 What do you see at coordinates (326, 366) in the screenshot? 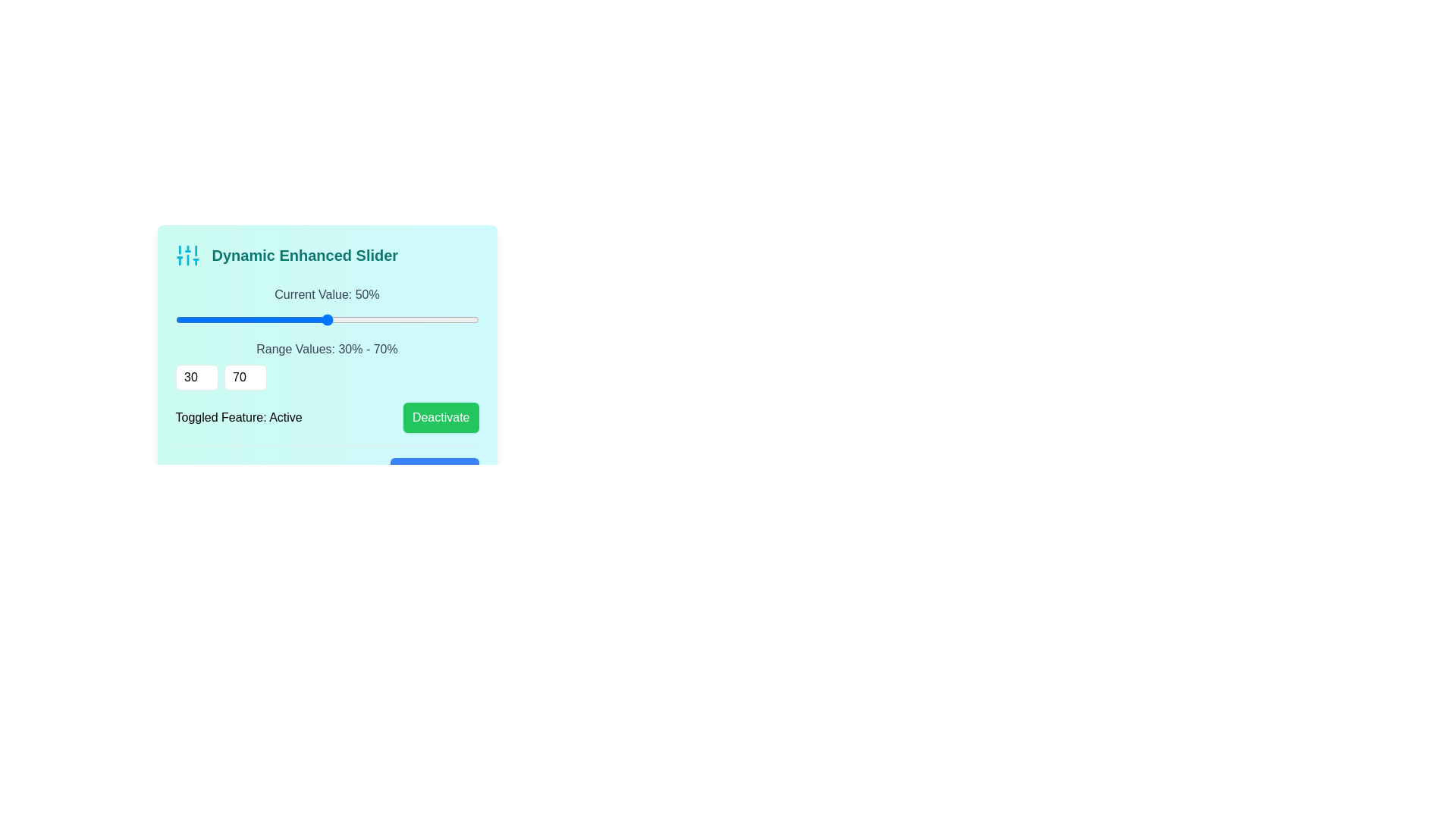
I see `the label indicating the range values for the slider, which is positioned below the 'Current Value: 50%' slider and above the 'Toggled Feature: Active' toggle` at bounding box center [326, 366].